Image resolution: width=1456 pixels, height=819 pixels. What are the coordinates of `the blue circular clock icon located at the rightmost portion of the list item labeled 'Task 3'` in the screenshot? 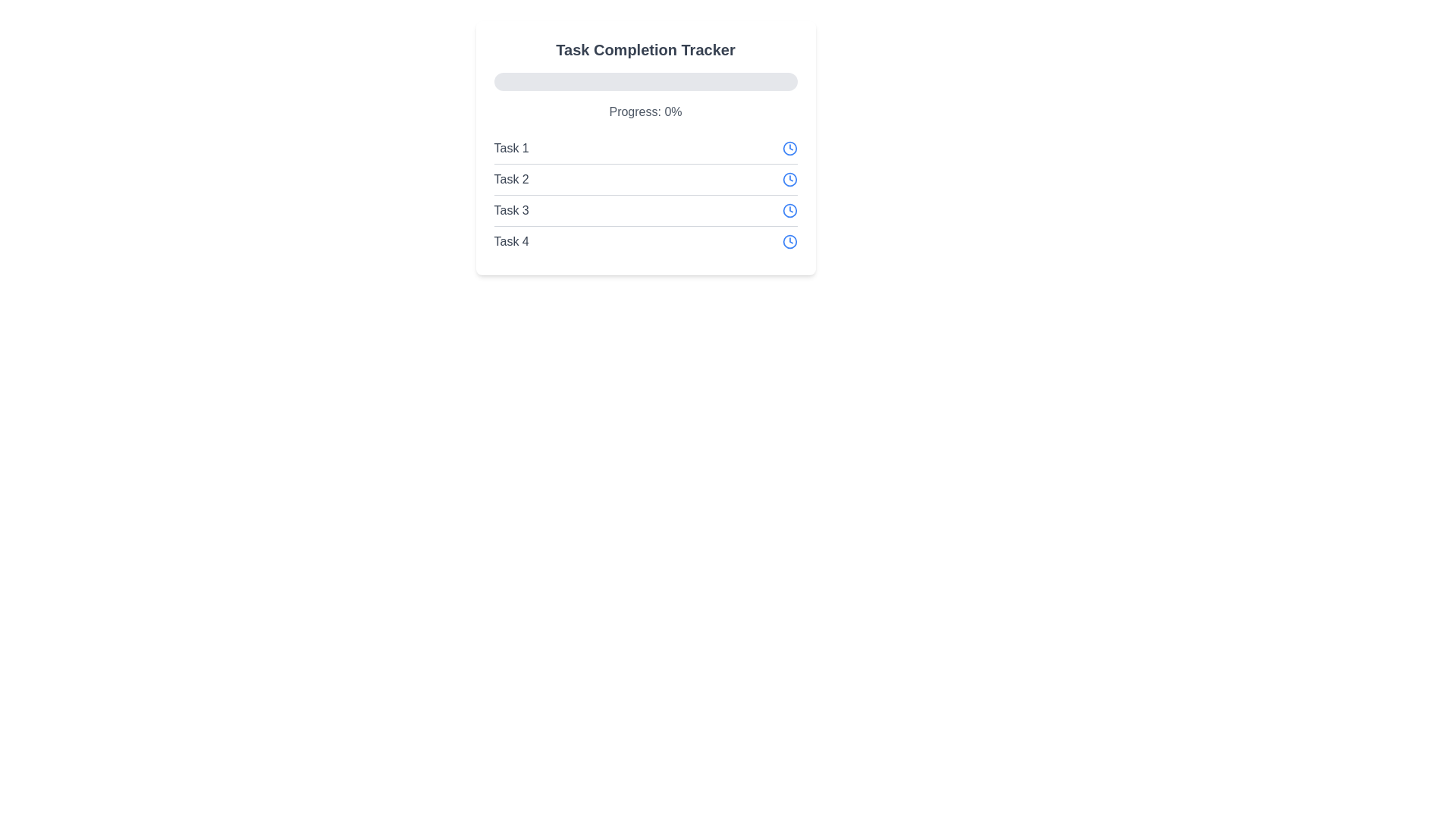 It's located at (789, 210).